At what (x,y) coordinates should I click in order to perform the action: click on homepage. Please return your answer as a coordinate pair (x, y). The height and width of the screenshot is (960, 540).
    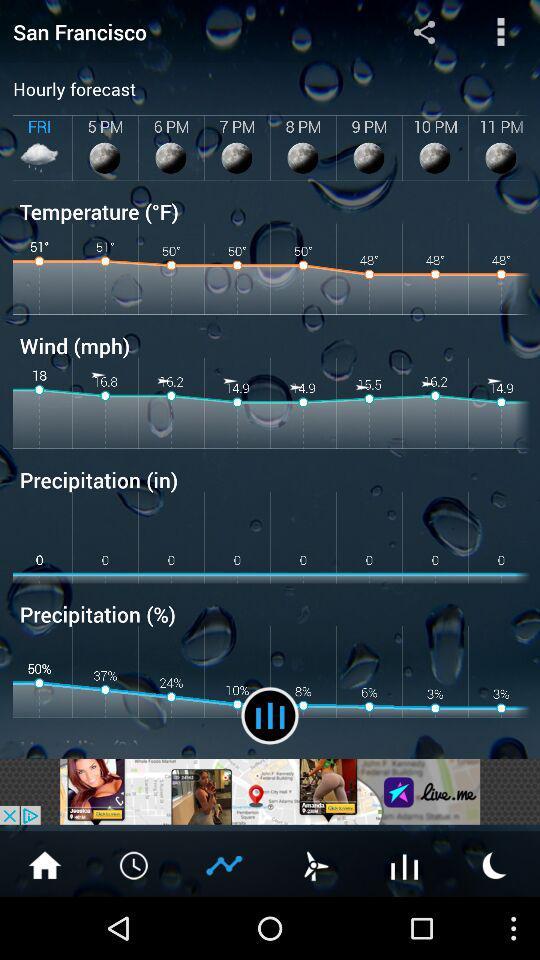
    Looking at the image, I should click on (44, 863).